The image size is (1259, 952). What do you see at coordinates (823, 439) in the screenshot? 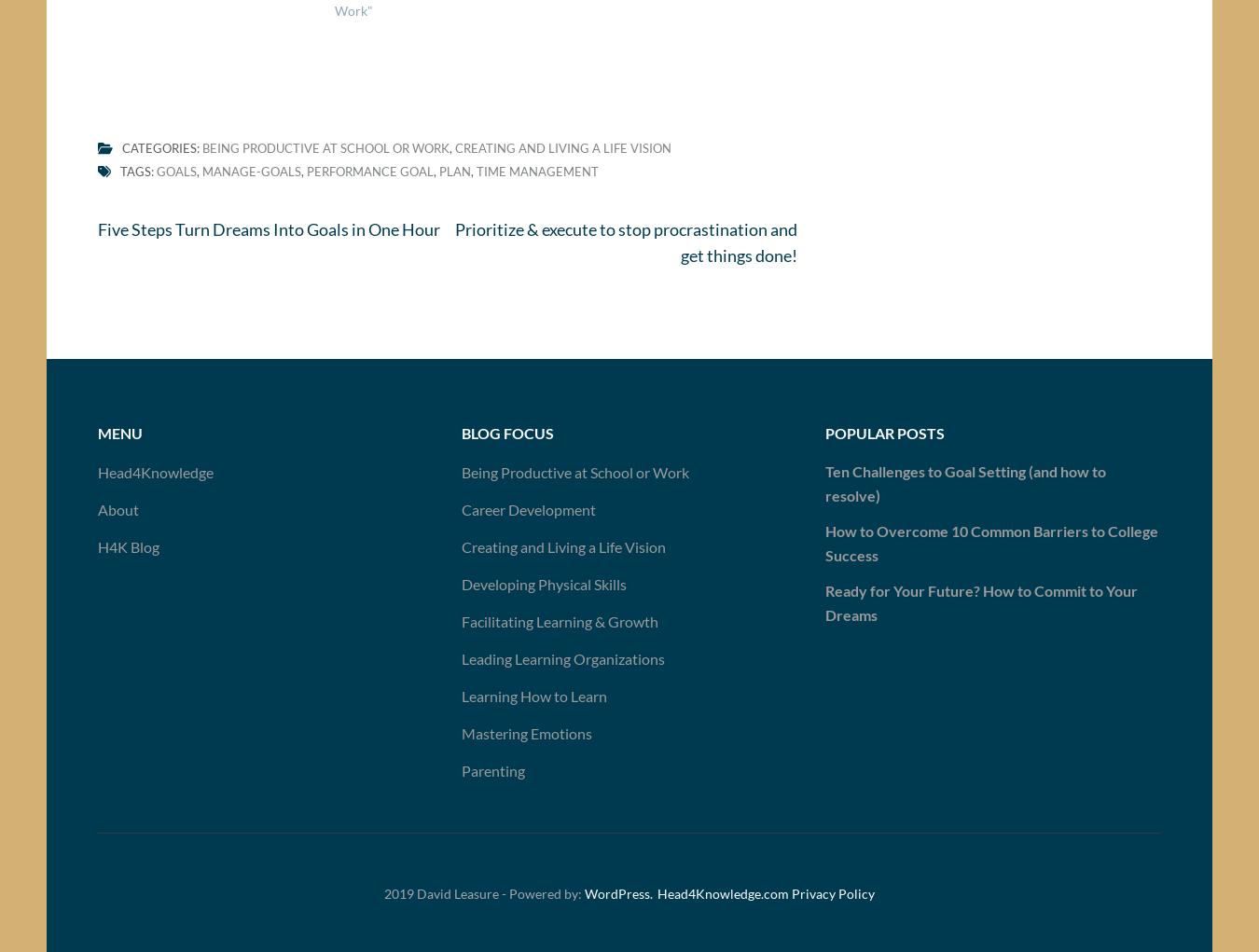
I see `'Popular Posts'` at bounding box center [823, 439].